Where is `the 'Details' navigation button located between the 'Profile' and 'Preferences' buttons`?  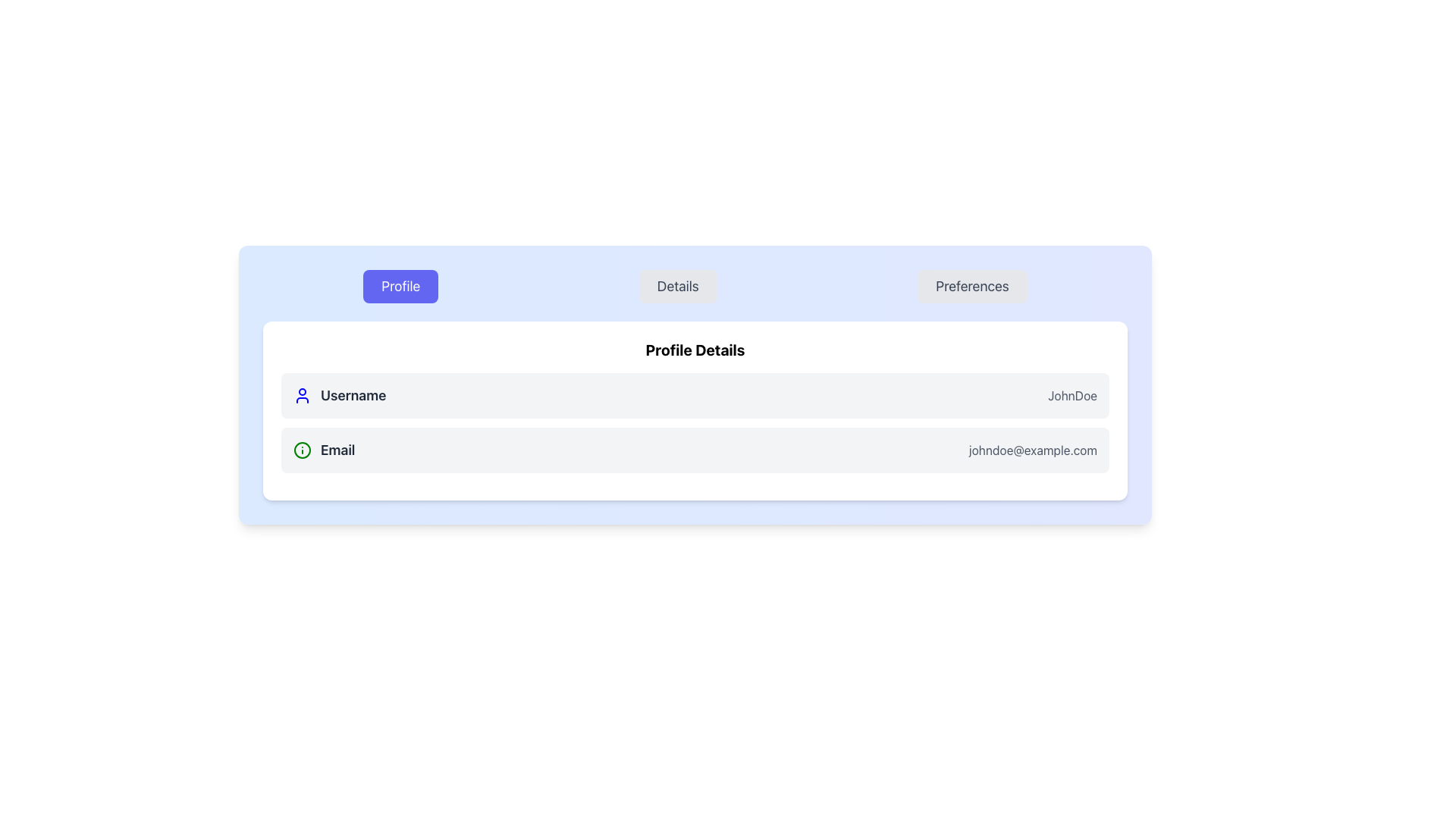
the 'Details' navigation button located between the 'Profile' and 'Preferences' buttons is located at coordinates (677, 287).